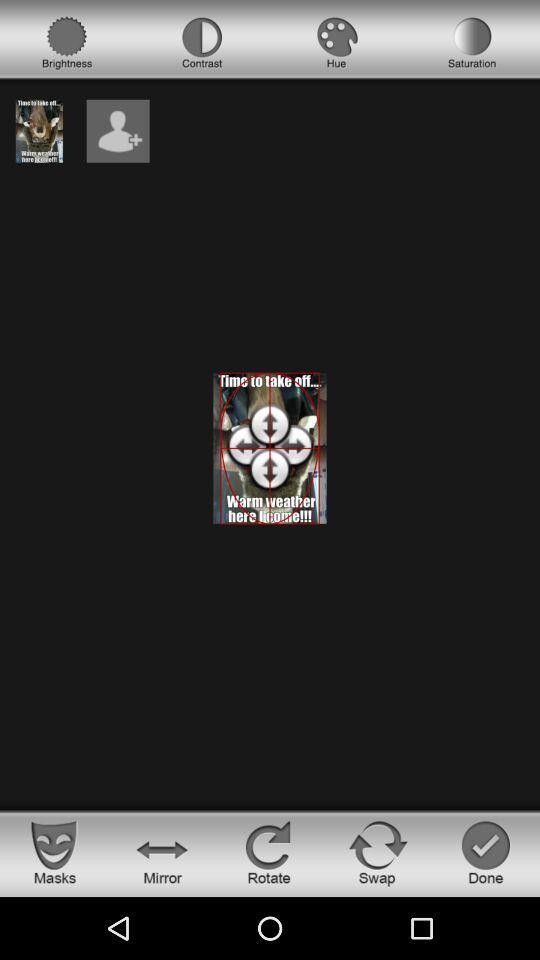 The image size is (540, 960). I want to click on adjust saturation, so click(472, 42).